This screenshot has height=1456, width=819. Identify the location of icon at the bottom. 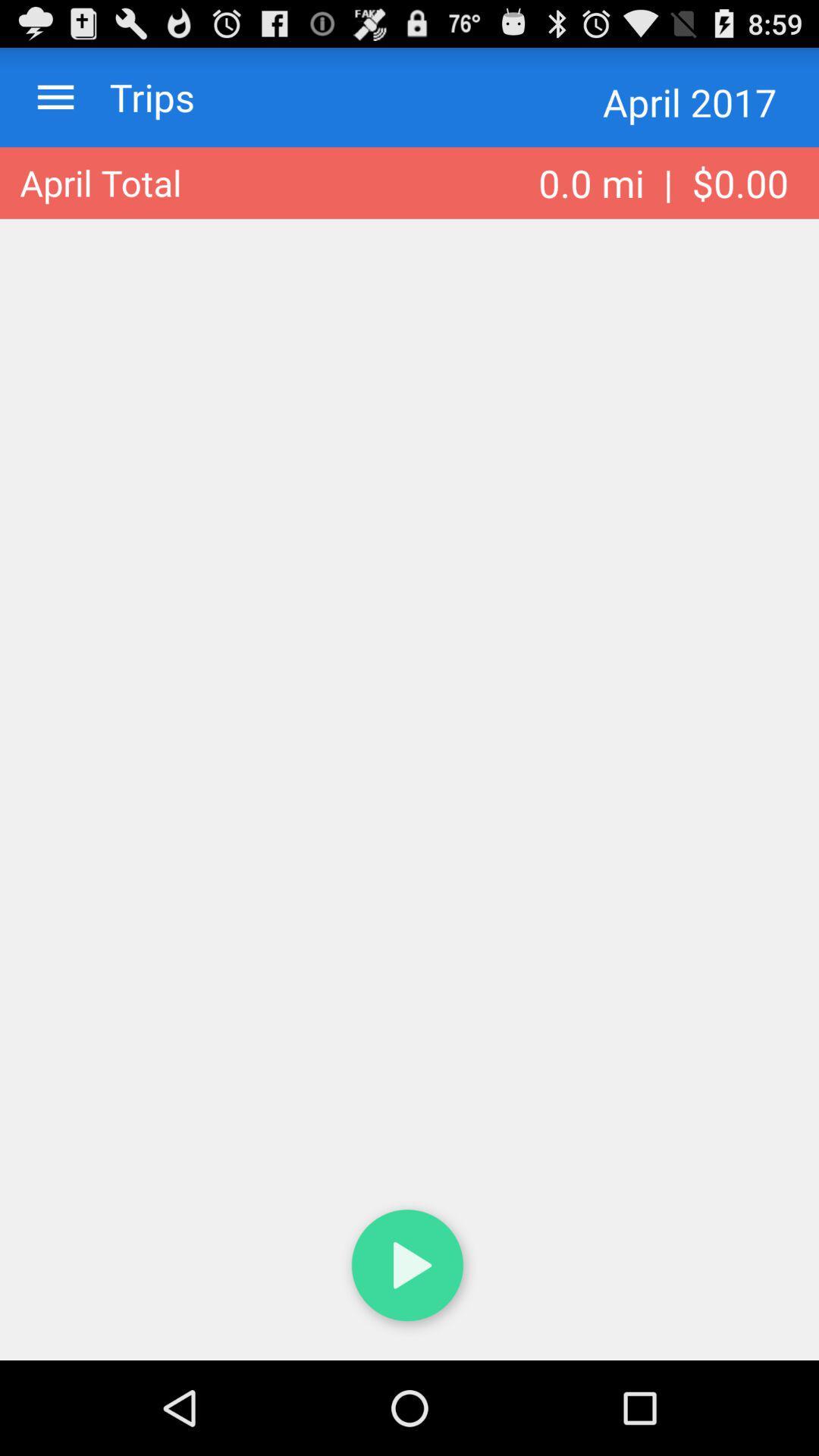
(409, 1269).